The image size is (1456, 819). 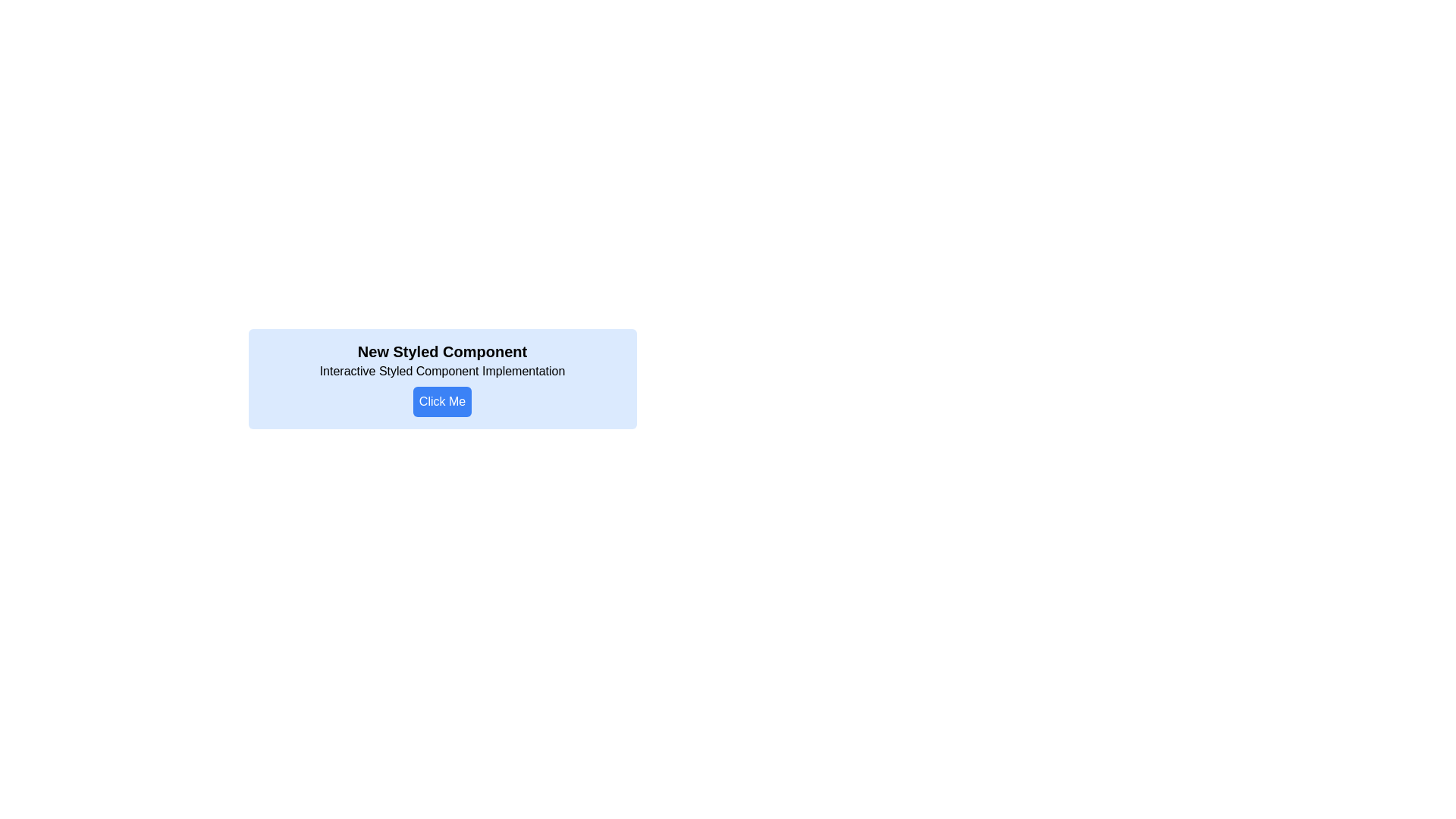 What do you see at coordinates (441, 371) in the screenshot?
I see `the Text label that provides additional context to the title 'New Styled Component', positioned above the button labeled 'Click Me'` at bounding box center [441, 371].